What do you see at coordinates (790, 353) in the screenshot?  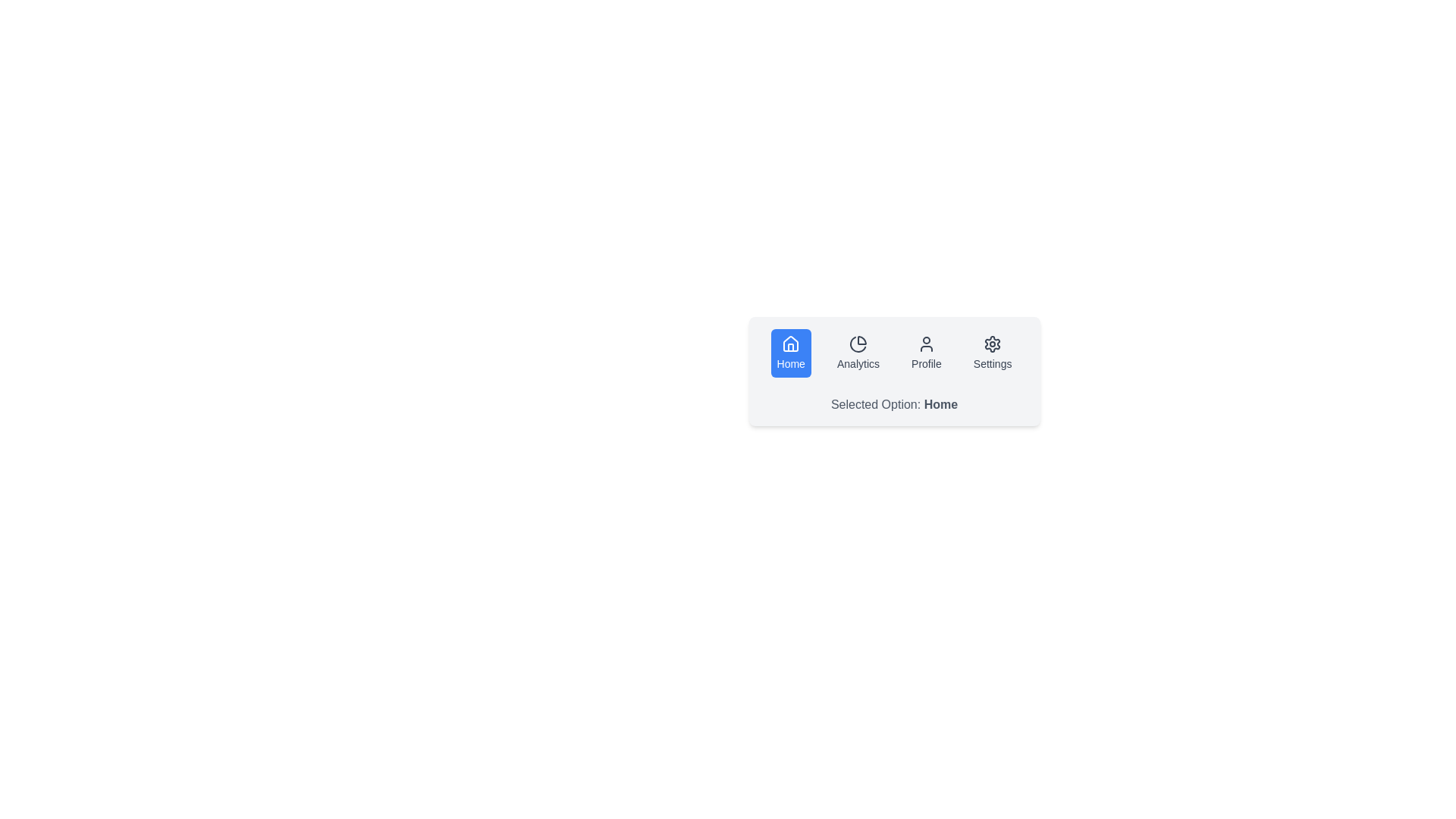 I see `the blue rounded rectangular button labeled 'Home' with a house icon` at bounding box center [790, 353].